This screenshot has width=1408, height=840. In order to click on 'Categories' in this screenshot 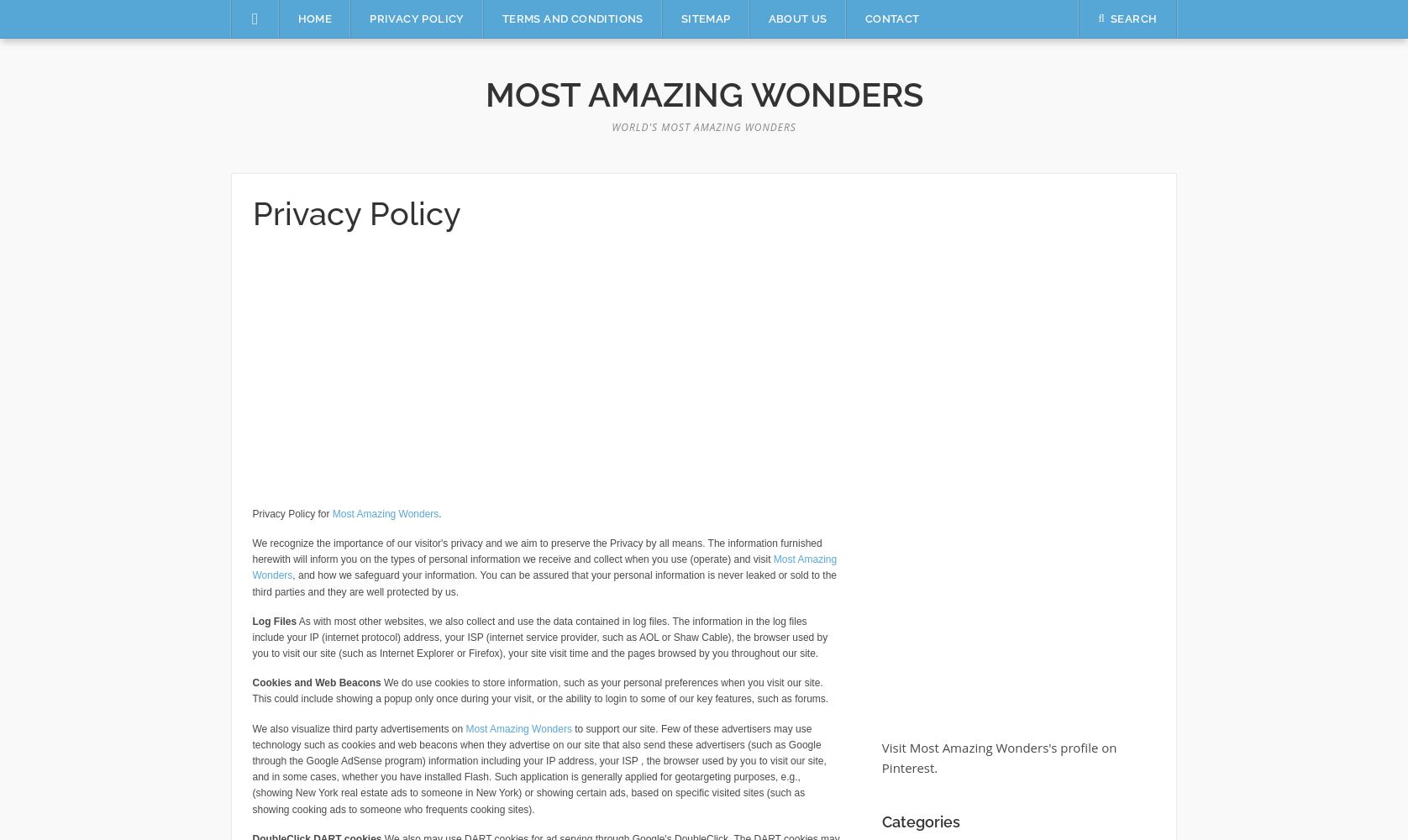, I will do `click(919, 821)`.